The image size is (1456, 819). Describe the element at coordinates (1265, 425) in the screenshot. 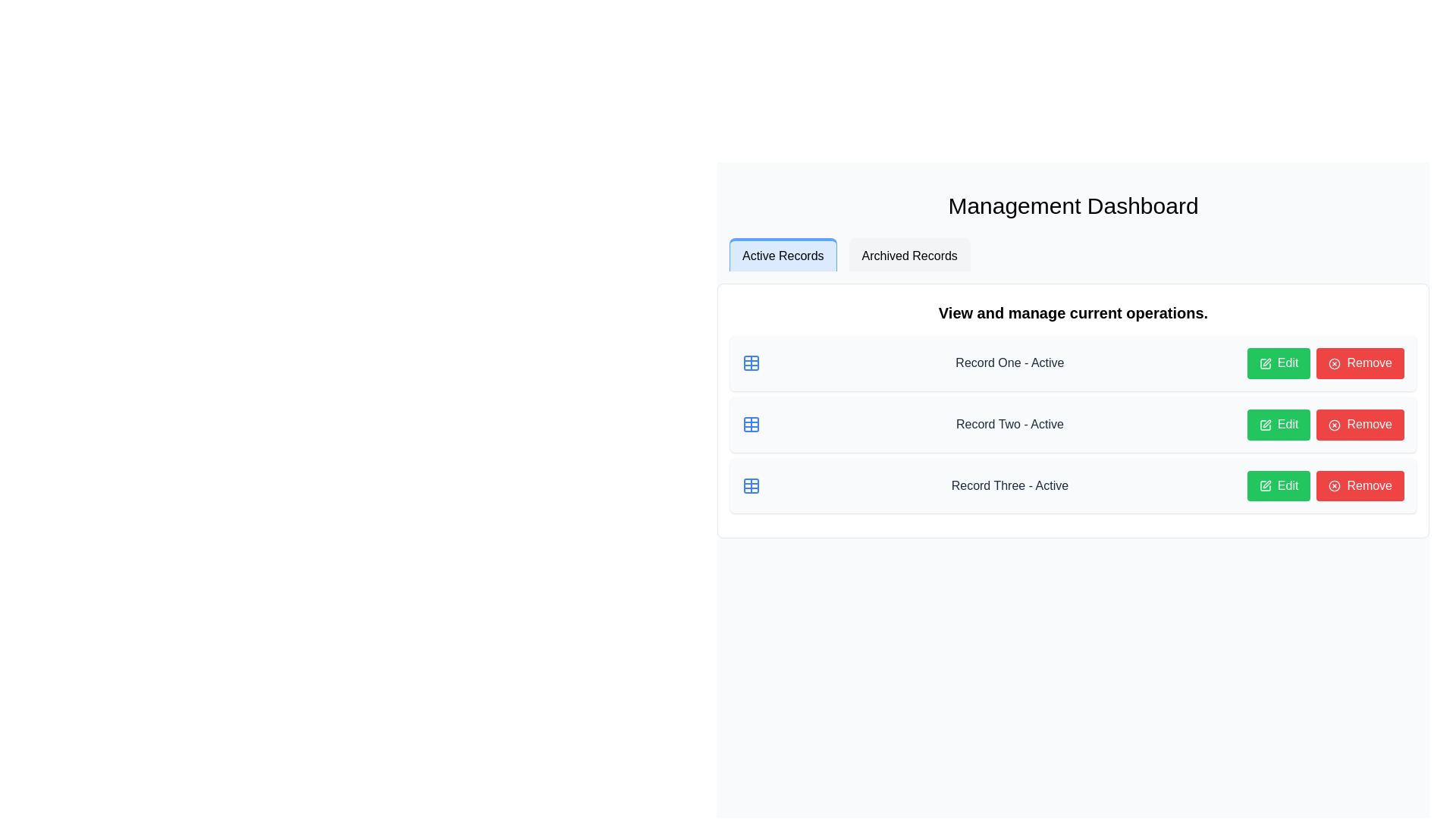

I see `the vector graphic icon within the 'Edit' button located on the right of the second record row` at that location.